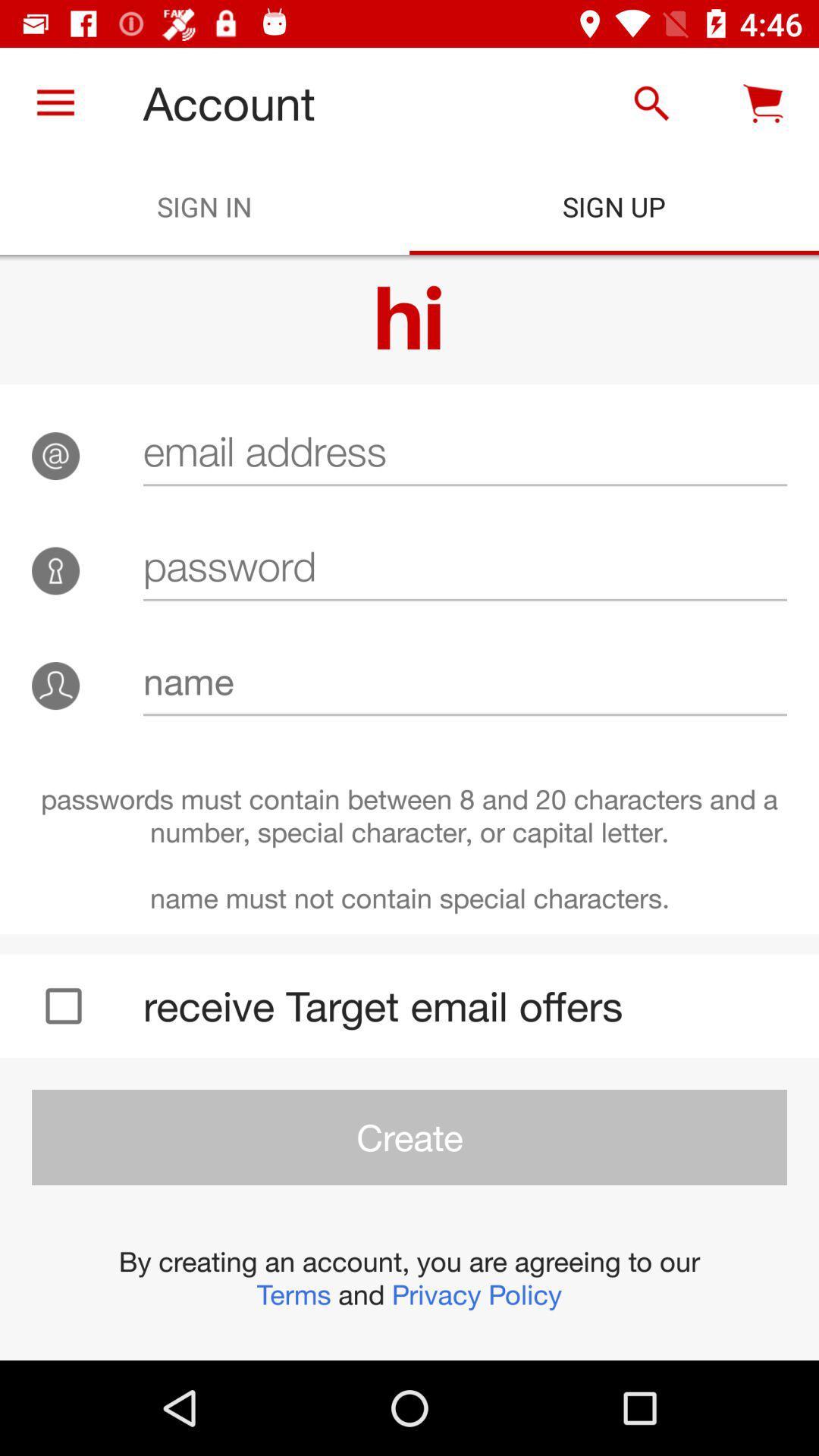 This screenshot has height=1456, width=819. Describe the element at coordinates (651, 102) in the screenshot. I see `icon above sign up item` at that location.